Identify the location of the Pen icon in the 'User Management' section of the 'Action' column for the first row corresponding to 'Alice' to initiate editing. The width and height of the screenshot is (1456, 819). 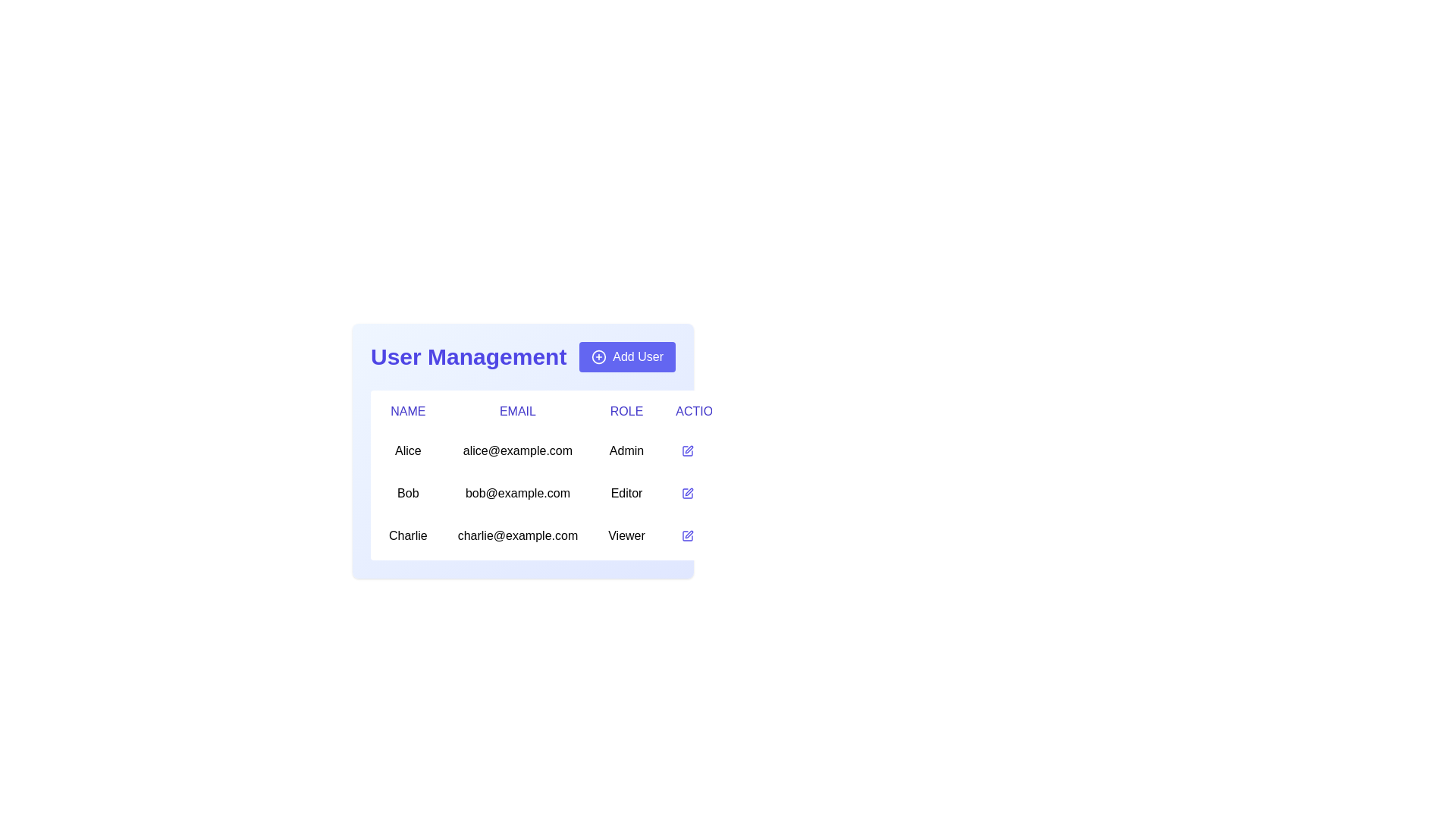
(686, 450).